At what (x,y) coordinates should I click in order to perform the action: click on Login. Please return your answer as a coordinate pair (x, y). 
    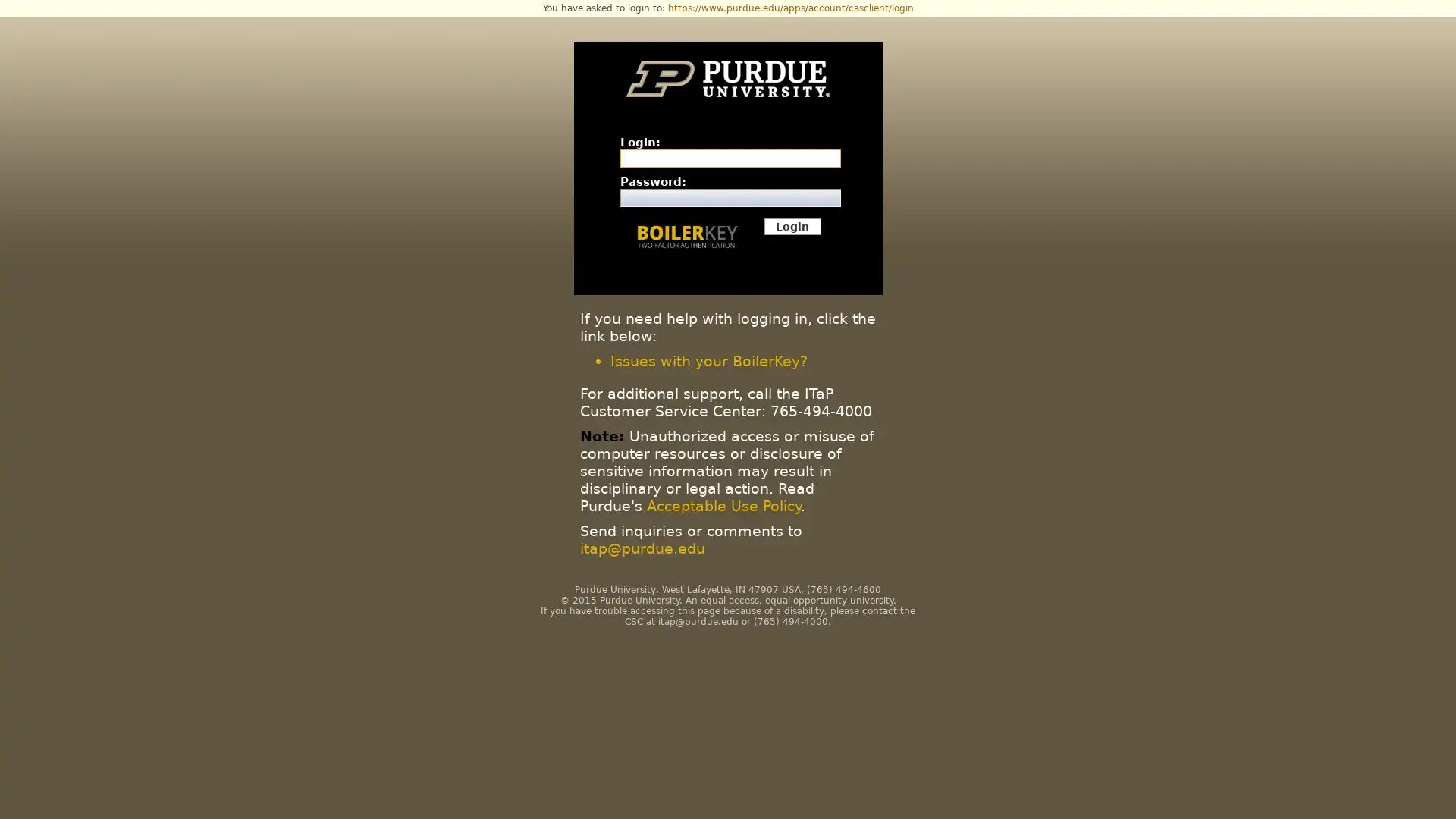
    Looking at the image, I should click on (791, 227).